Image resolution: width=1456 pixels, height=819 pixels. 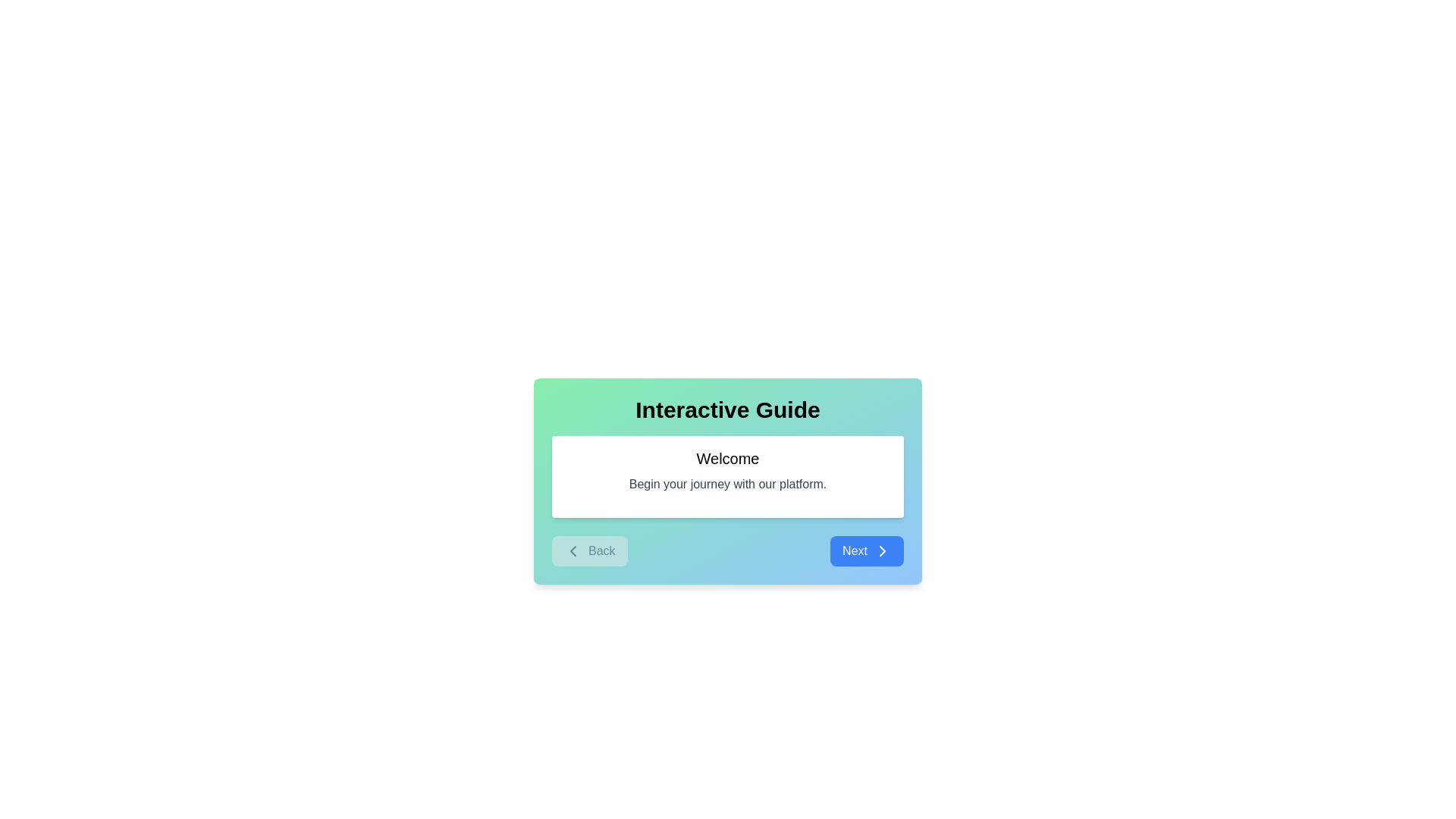 What do you see at coordinates (572, 551) in the screenshot?
I see `the left-pointing chevron icon located in the light gray rounded rectangle adjacent to the 'Back' text, indicating navigation support` at bounding box center [572, 551].